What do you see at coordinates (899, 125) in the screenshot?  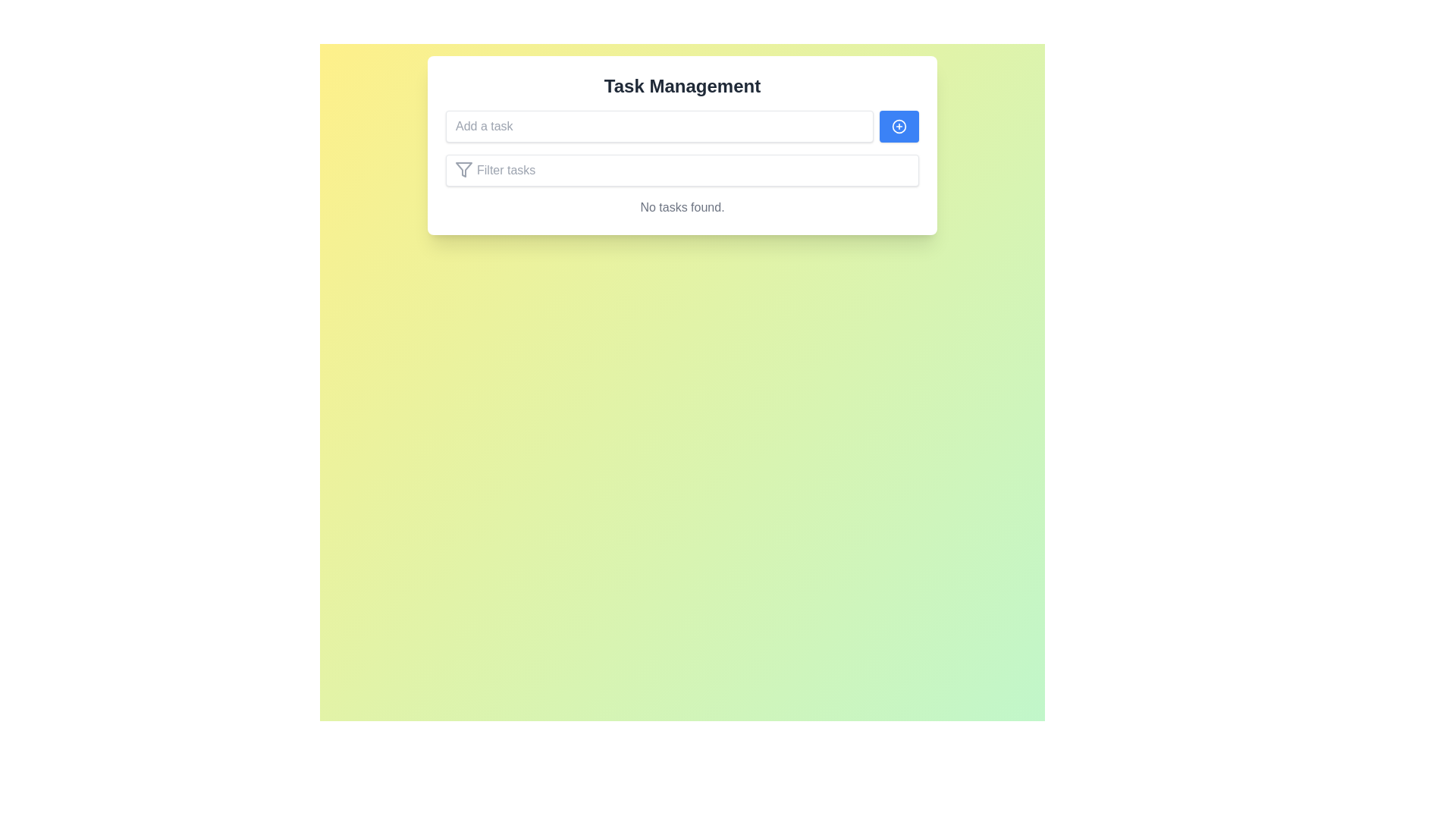 I see `the rectangular button with rounded corners and a blue background that features a circular plus sign icon, located to the right of the 'Add a task' text input field` at bounding box center [899, 125].